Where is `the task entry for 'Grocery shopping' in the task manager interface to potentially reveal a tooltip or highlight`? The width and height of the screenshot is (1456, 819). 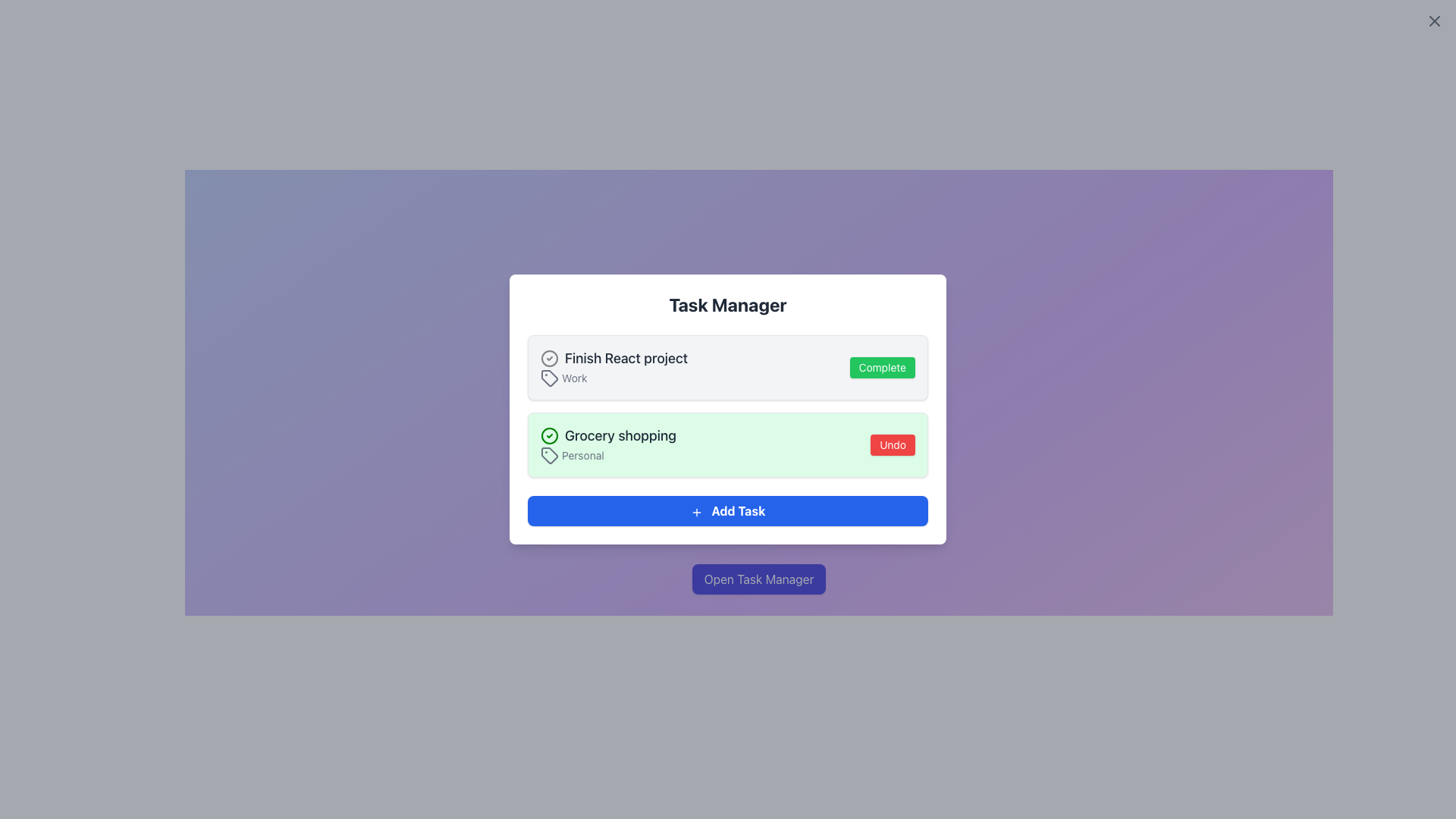 the task entry for 'Grocery shopping' in the task manager interface to potentially reveal a tooltip or highlight is located at coordinates (728, 444).